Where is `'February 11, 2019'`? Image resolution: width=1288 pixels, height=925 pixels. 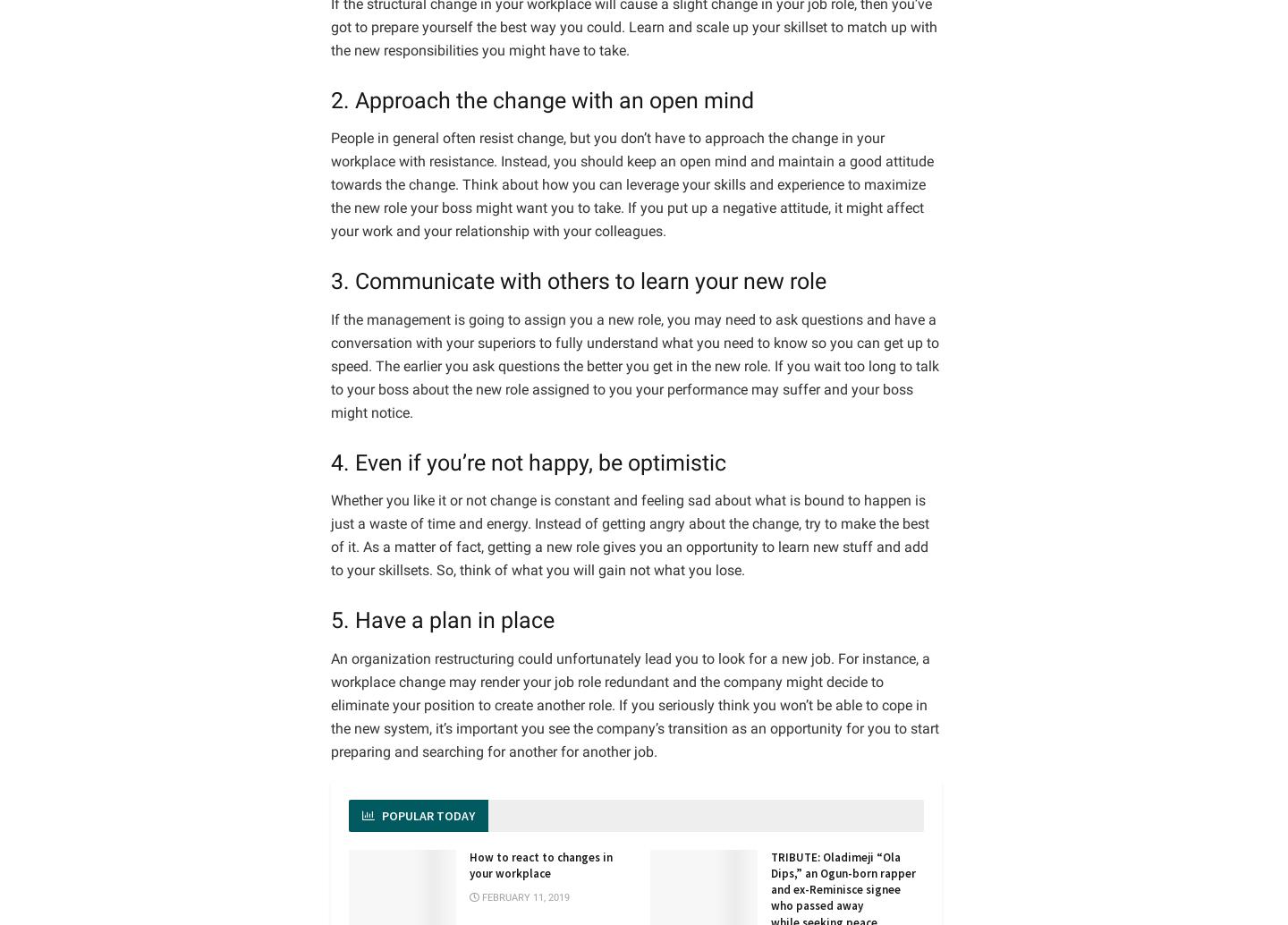 'February 11, 2019' is located at coordinates (524, 896).